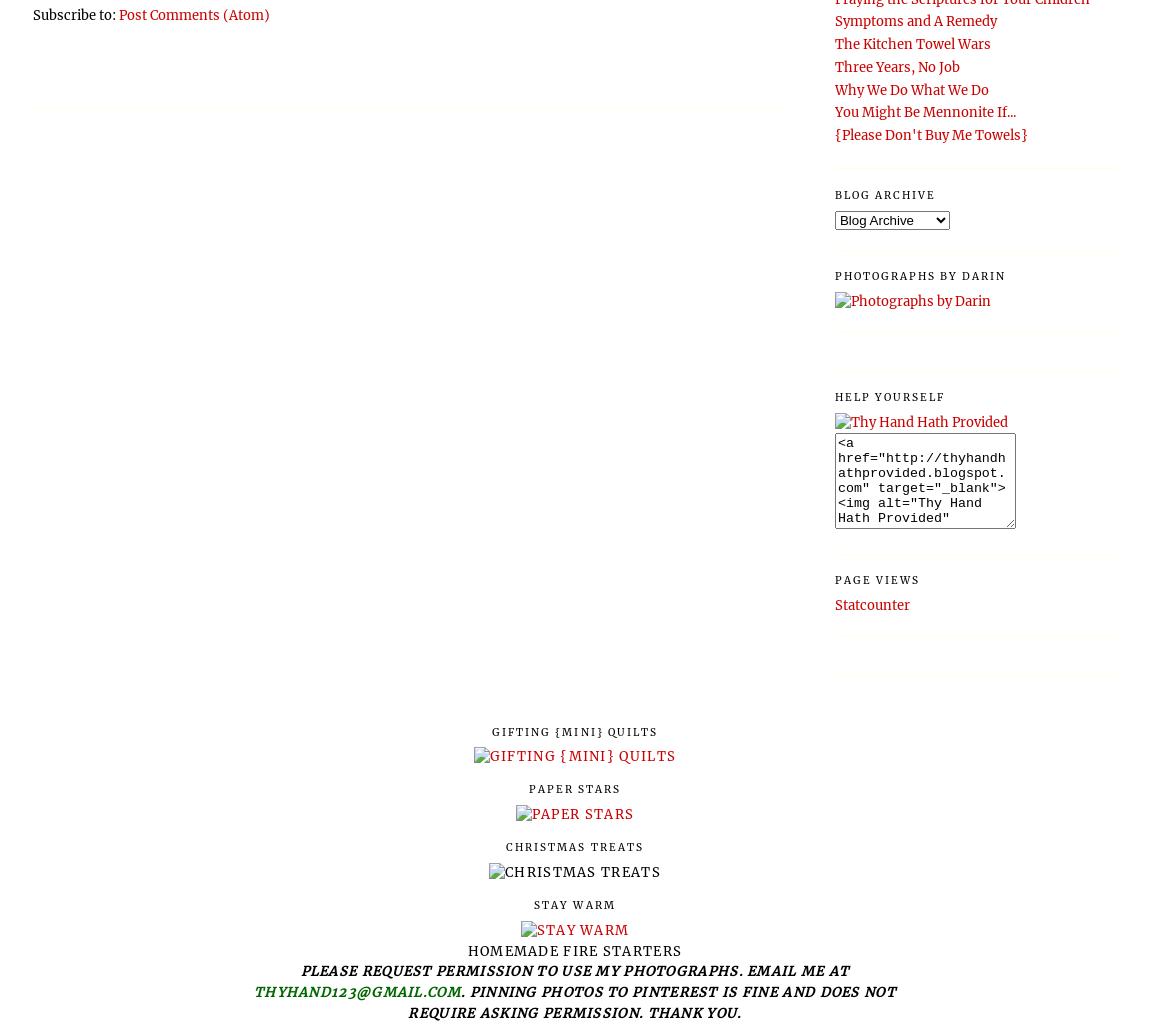 The image size is (1150, 1033). Describe the element at coordinates (574, 731) in the screenshot. I see `'Gifting {Mini} Quilts'` at that location.